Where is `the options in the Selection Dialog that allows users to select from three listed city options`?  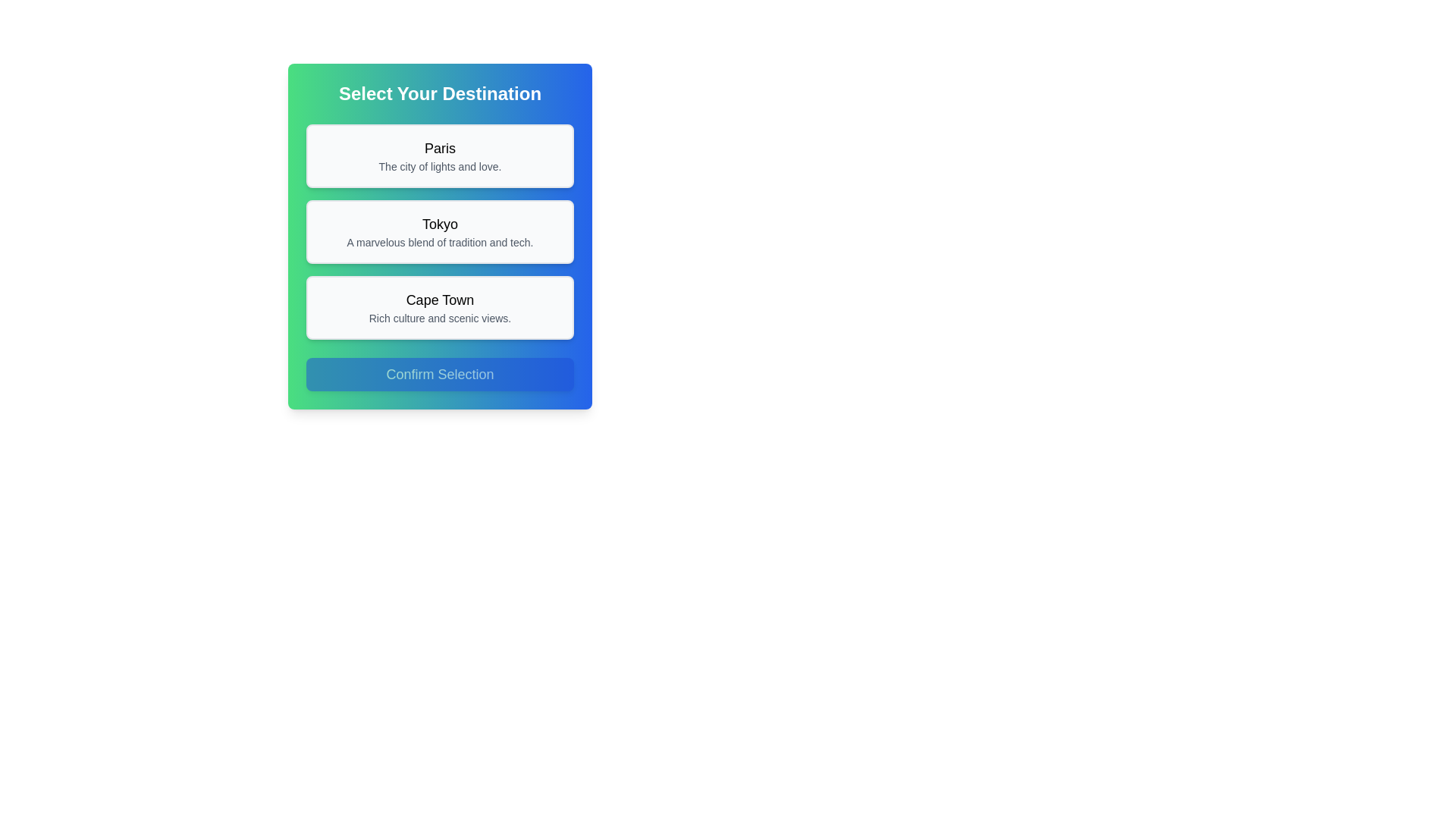 the options in the Selection Dialog that allows users to select from three listed city options is located at coordinates (439, 237).